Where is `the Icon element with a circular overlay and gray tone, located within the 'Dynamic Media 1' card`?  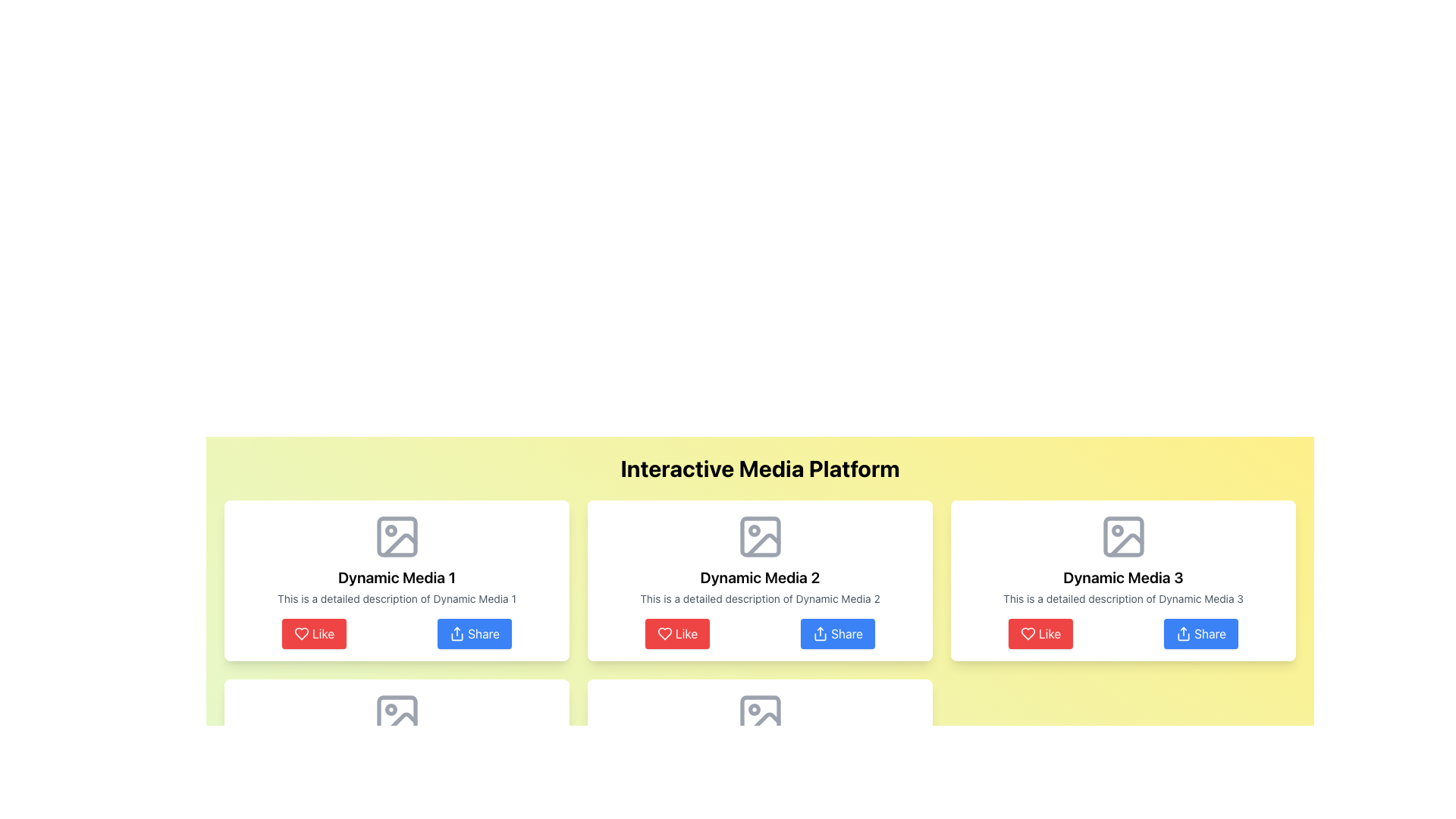 the Icon element with a circular overlay and gray tone, located within the 'Dynamic Media 1' card is located at coordinates (397, 536).